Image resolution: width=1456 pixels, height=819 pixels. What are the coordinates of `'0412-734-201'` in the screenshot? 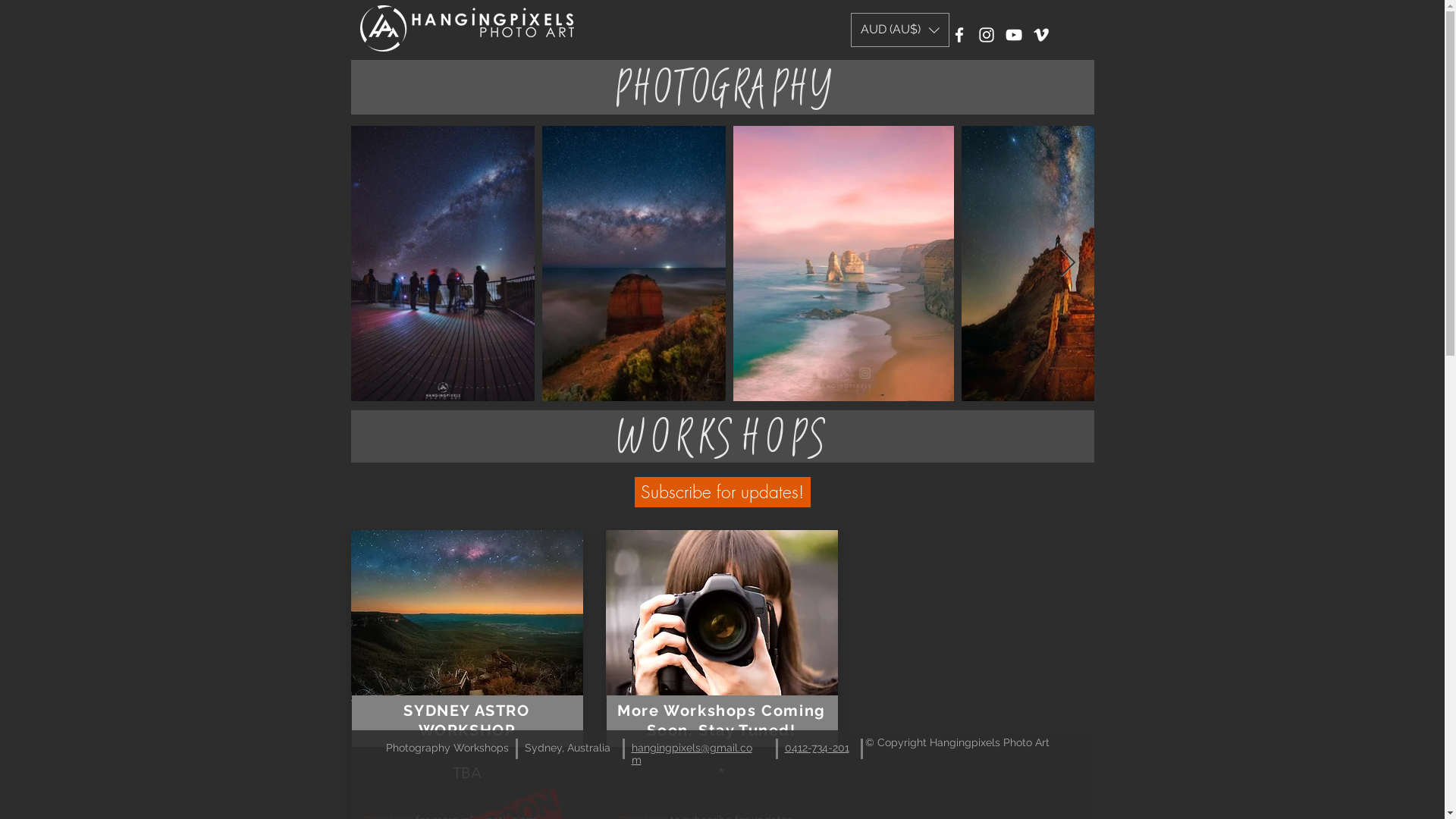 It's located at (815, 747).